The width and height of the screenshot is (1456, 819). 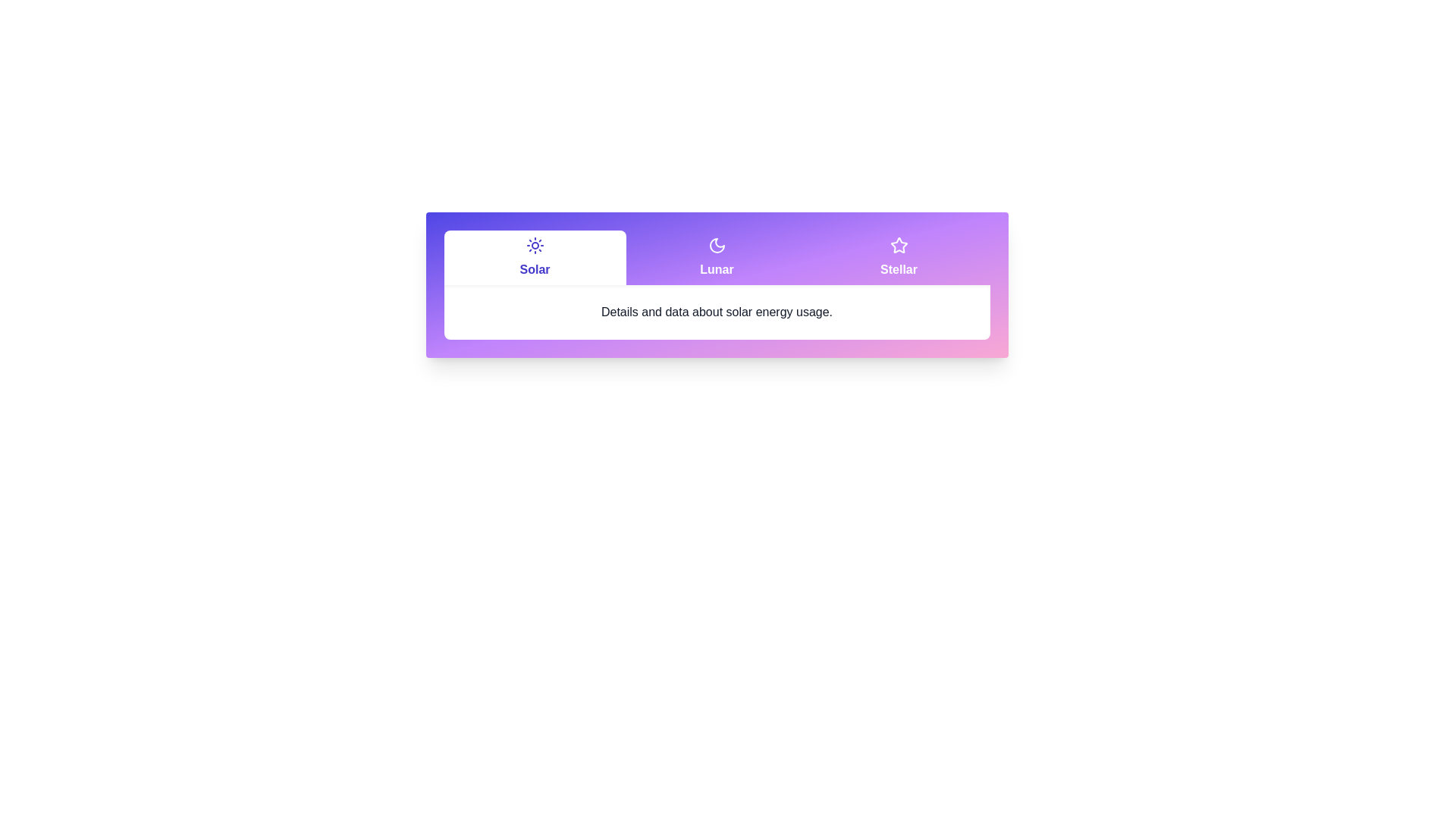 I want to click on the Solar tab by clicking its header, so click(x=535, y=256).